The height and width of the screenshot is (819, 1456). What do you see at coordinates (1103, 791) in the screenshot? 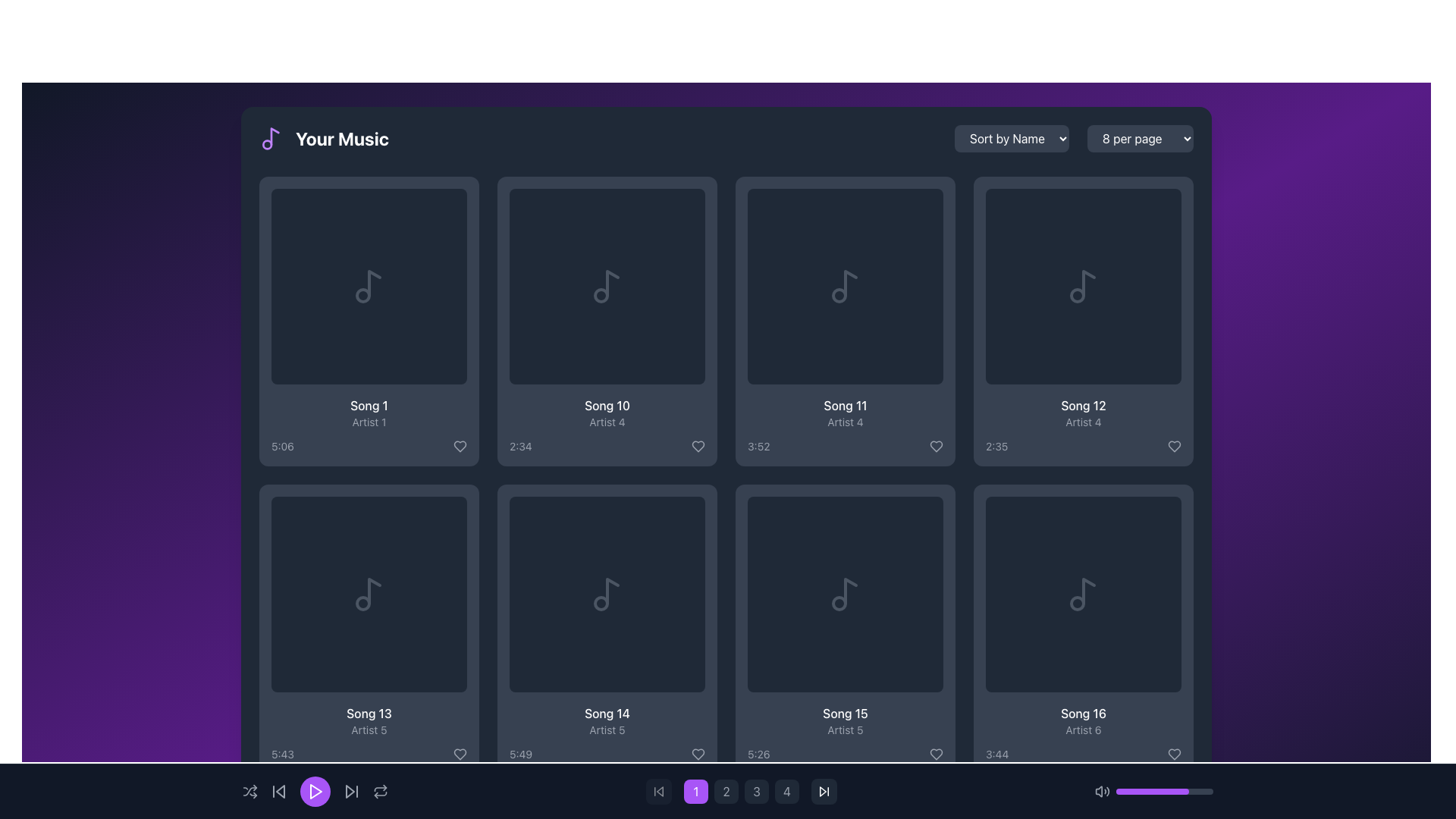
I see `the audio control icon located in the bottom navigation bar, positioned to the far left of the row of controls` at bounding box center [1103, 791].